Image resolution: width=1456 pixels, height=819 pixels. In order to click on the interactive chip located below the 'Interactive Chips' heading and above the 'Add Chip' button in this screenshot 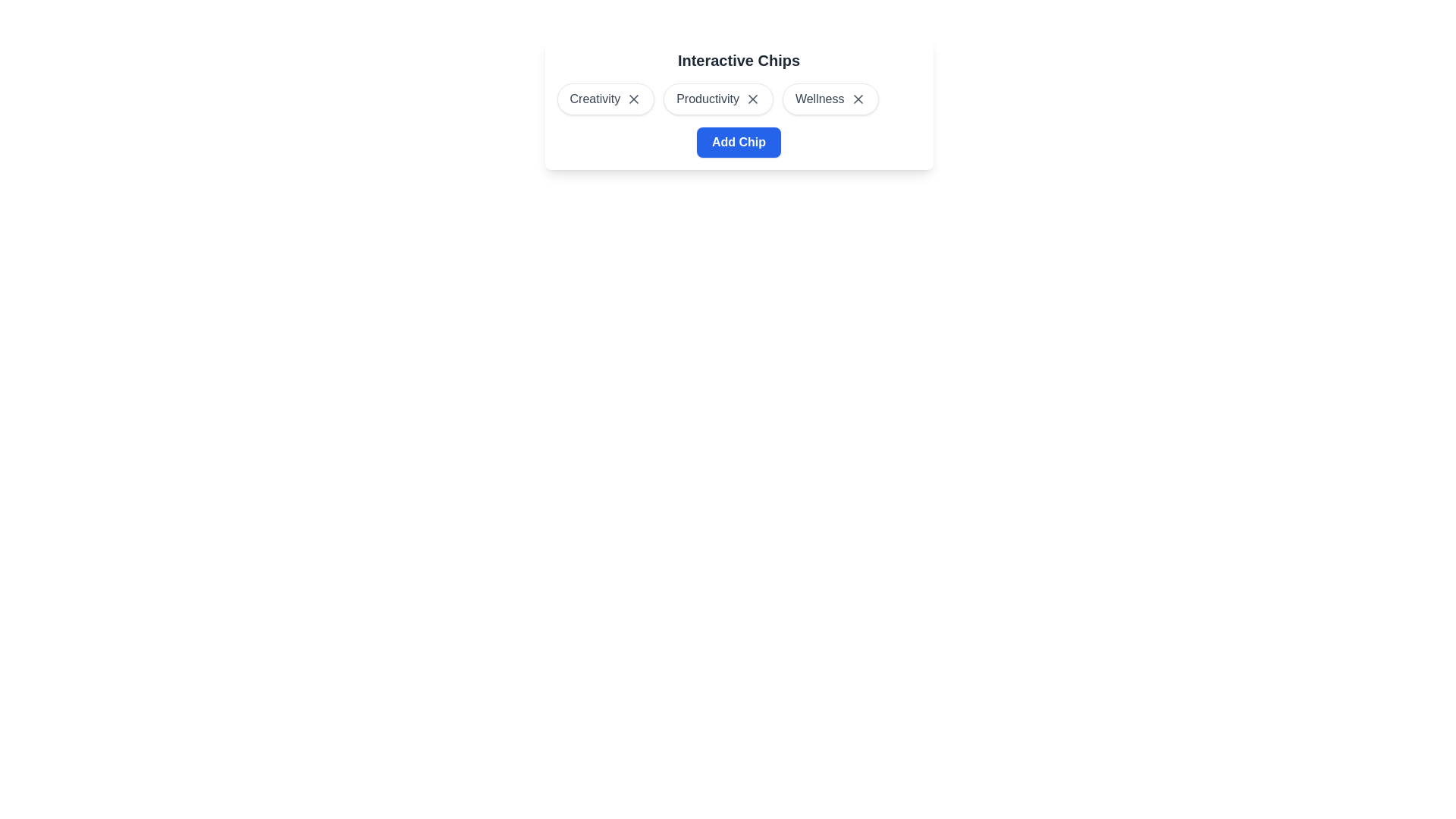, I will do `click(739, 99)`.